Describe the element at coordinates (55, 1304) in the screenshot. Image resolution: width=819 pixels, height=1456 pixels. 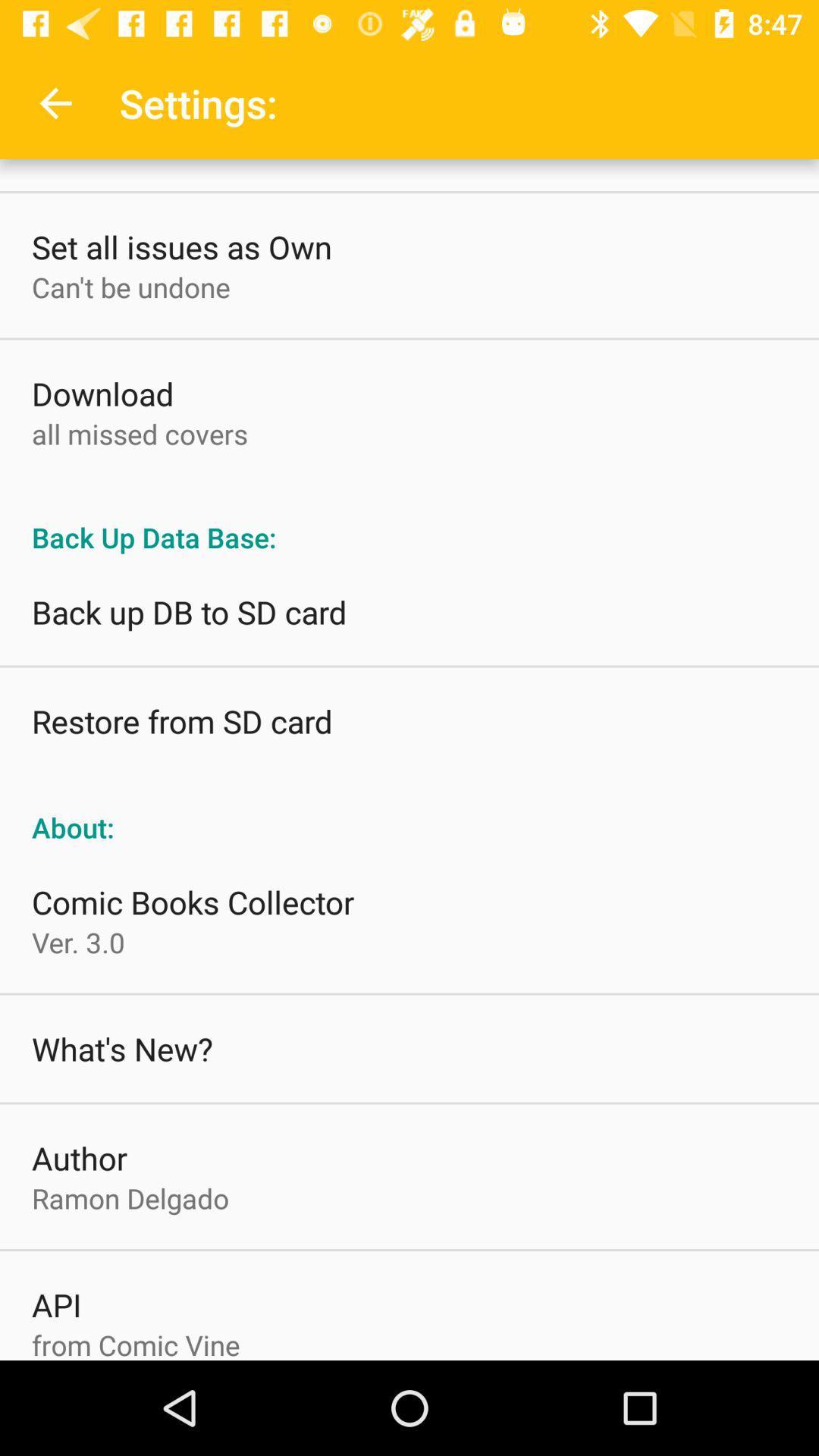
I see `the item above the from comic vine item` at that location.